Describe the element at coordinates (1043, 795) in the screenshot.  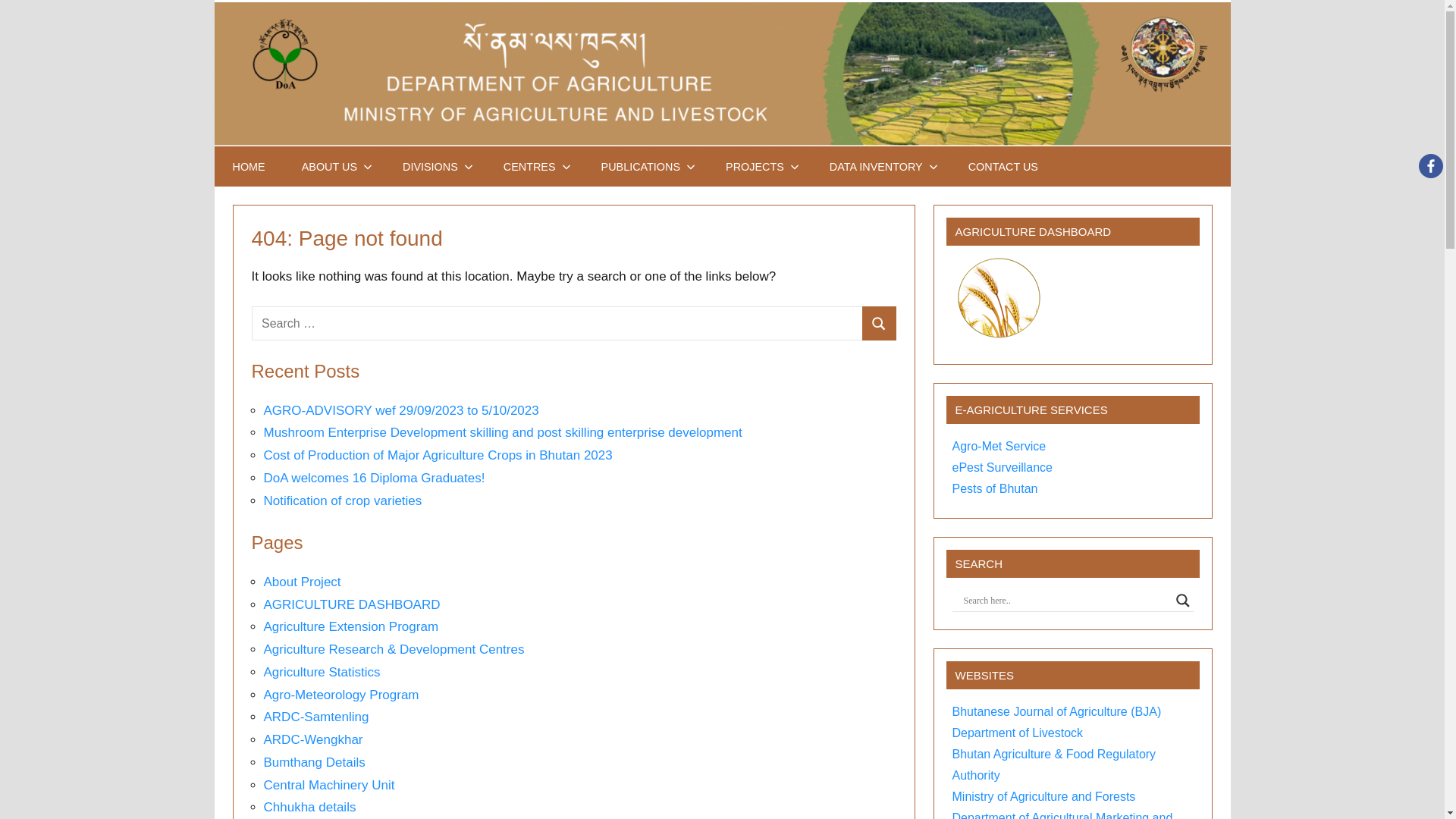
I see `'Ministry of Agriculture and Forests'` at that location.